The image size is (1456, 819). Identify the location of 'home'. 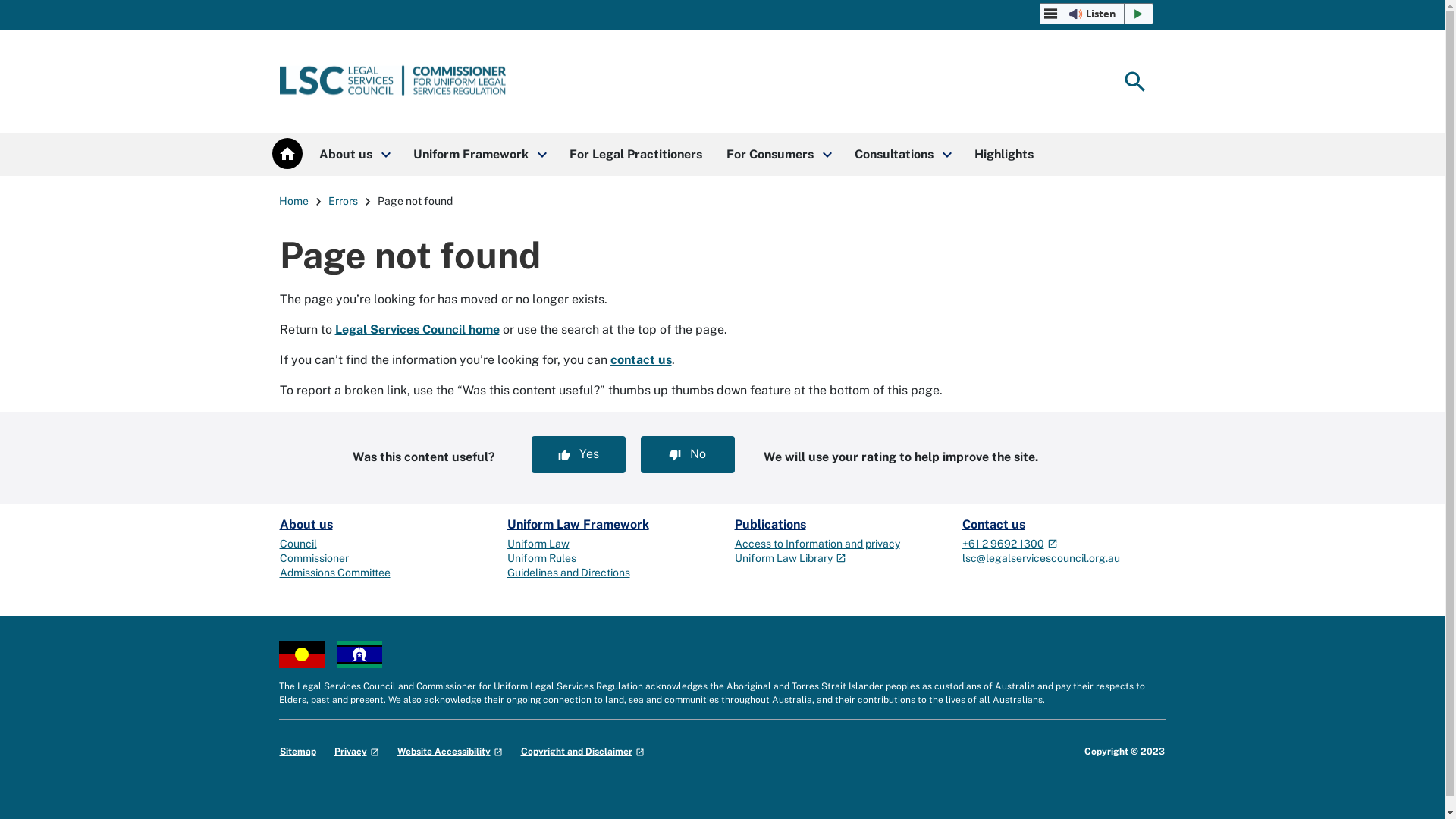
(287, 153).